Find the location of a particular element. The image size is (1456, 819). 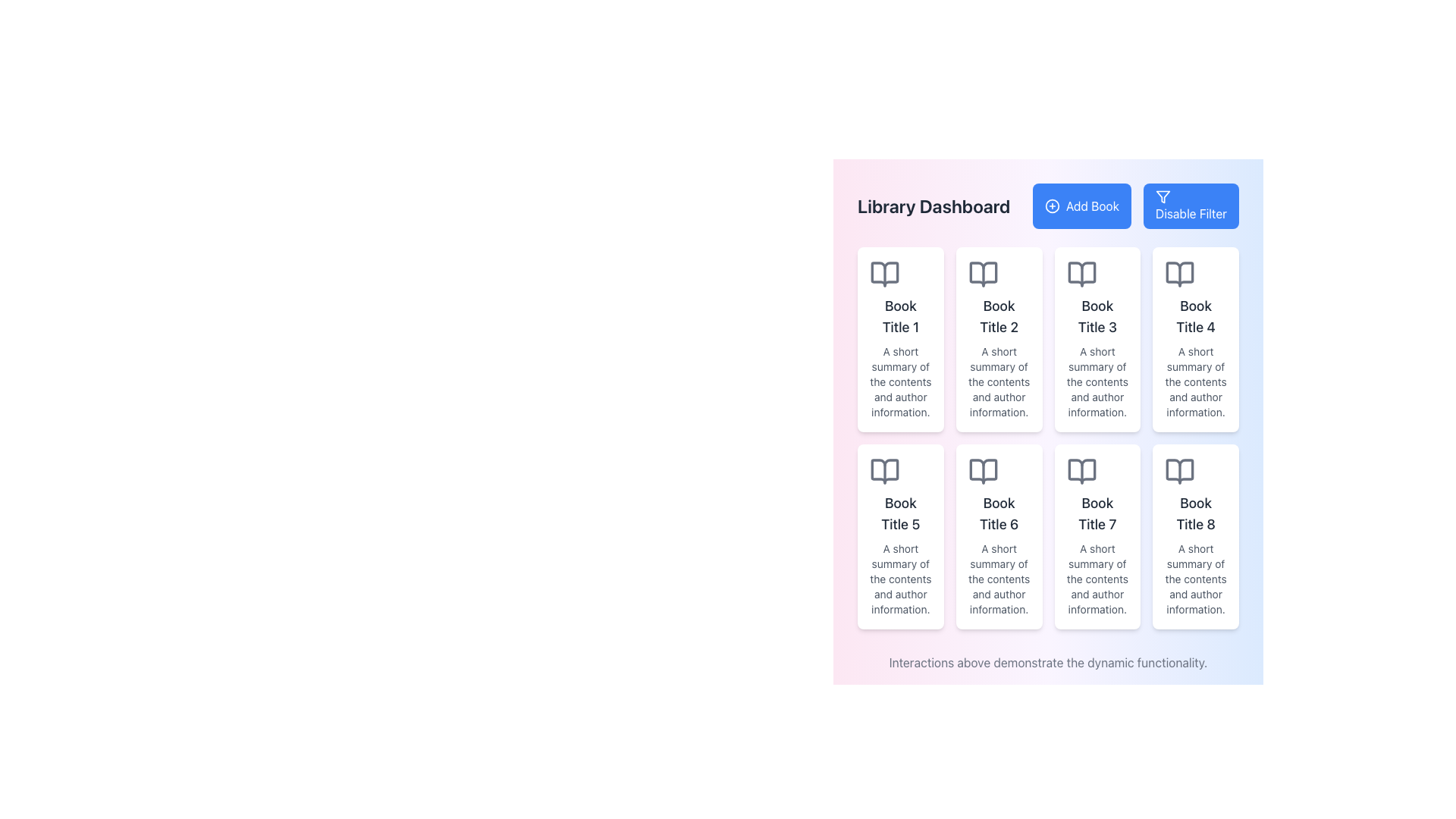

the second card in the grid layout that provides an overview of 'Book Title 2' is located at coordinates (999, 338).